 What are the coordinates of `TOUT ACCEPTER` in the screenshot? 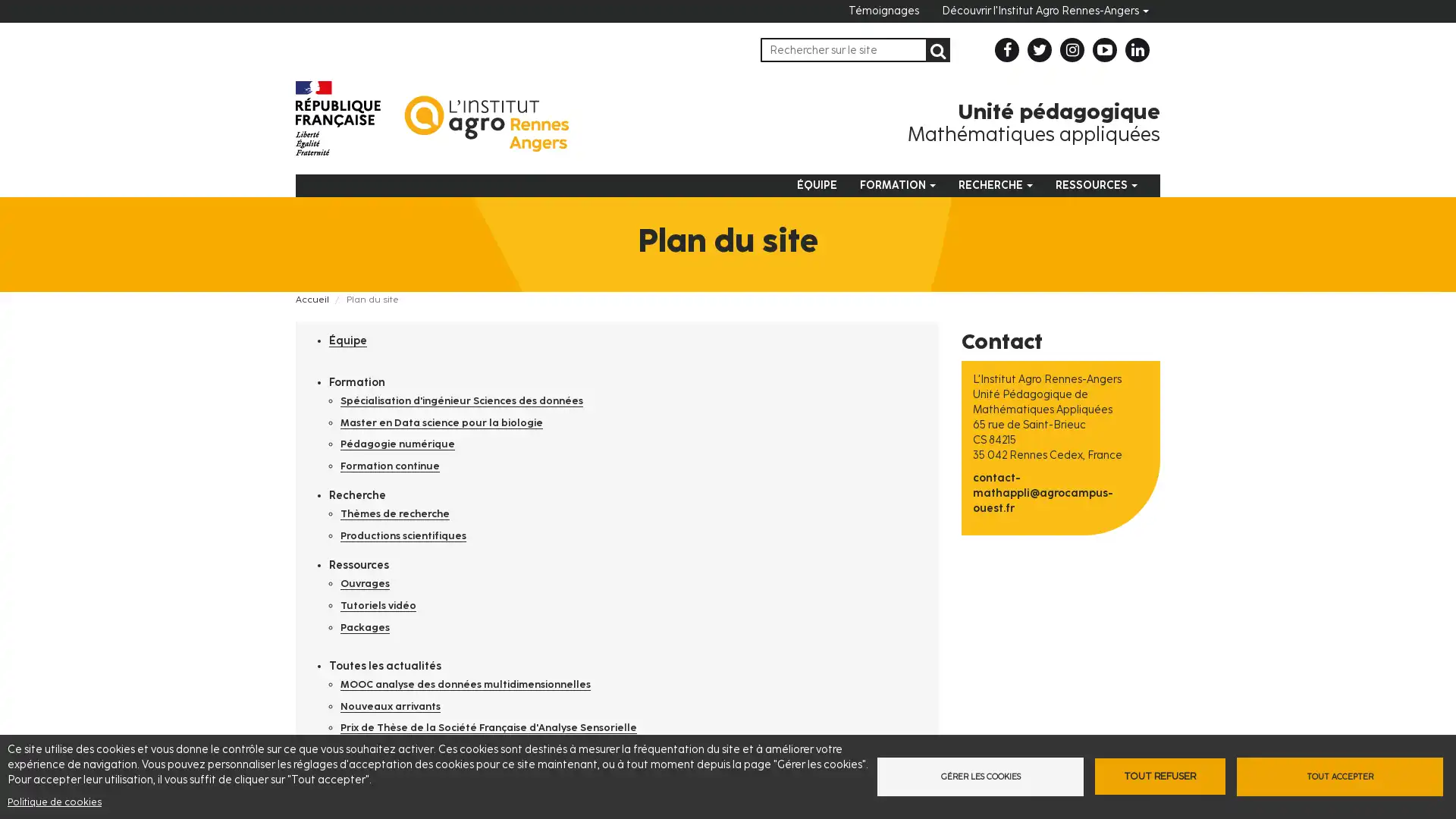 It's located at (1343, 776).